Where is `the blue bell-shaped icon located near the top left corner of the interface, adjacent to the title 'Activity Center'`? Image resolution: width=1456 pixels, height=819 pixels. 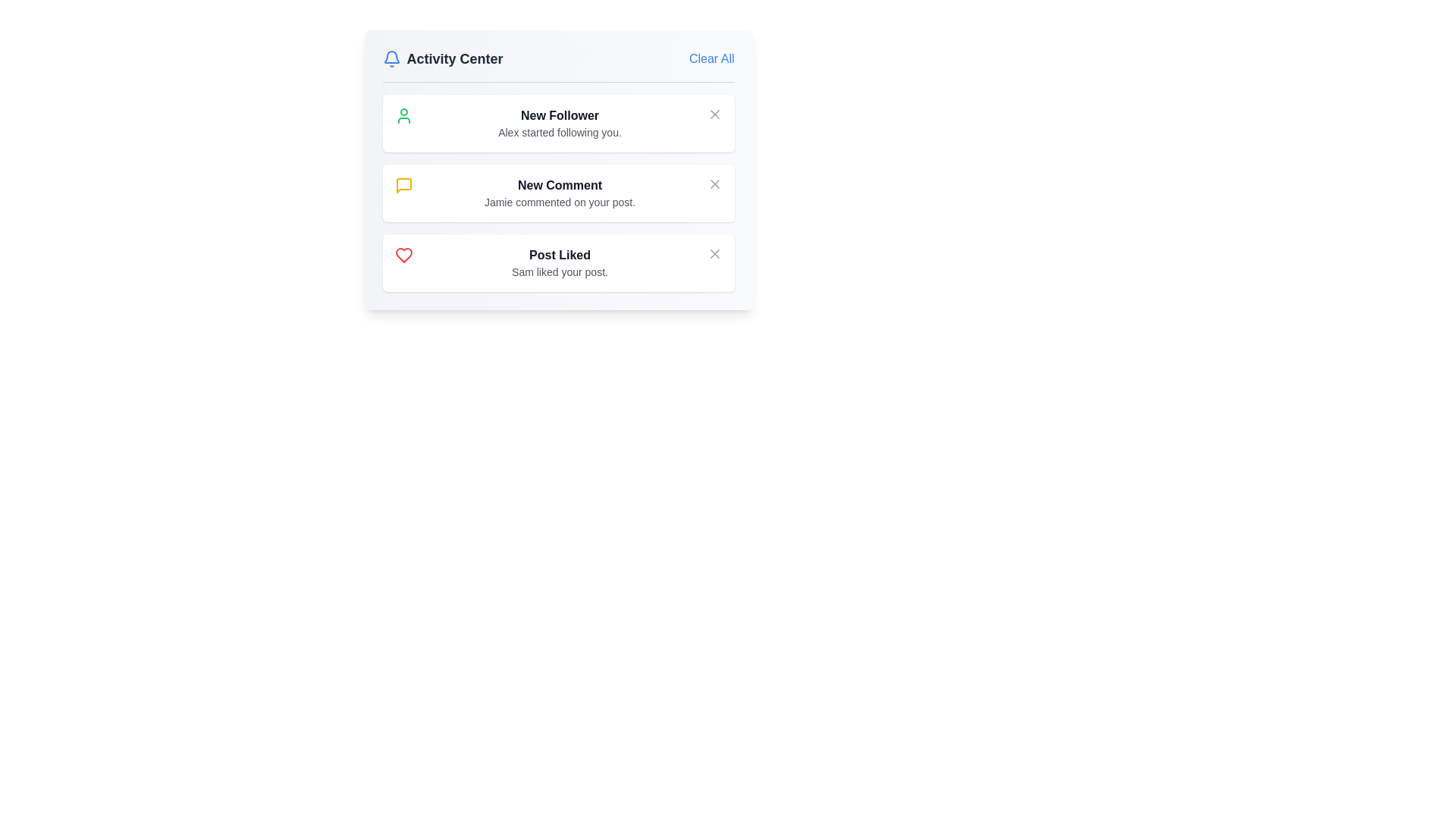
the blue bell-shaped icon located near the top left corner of the interface, adjacent to the title 'Activity Center' is located at coordinates (391, 56).